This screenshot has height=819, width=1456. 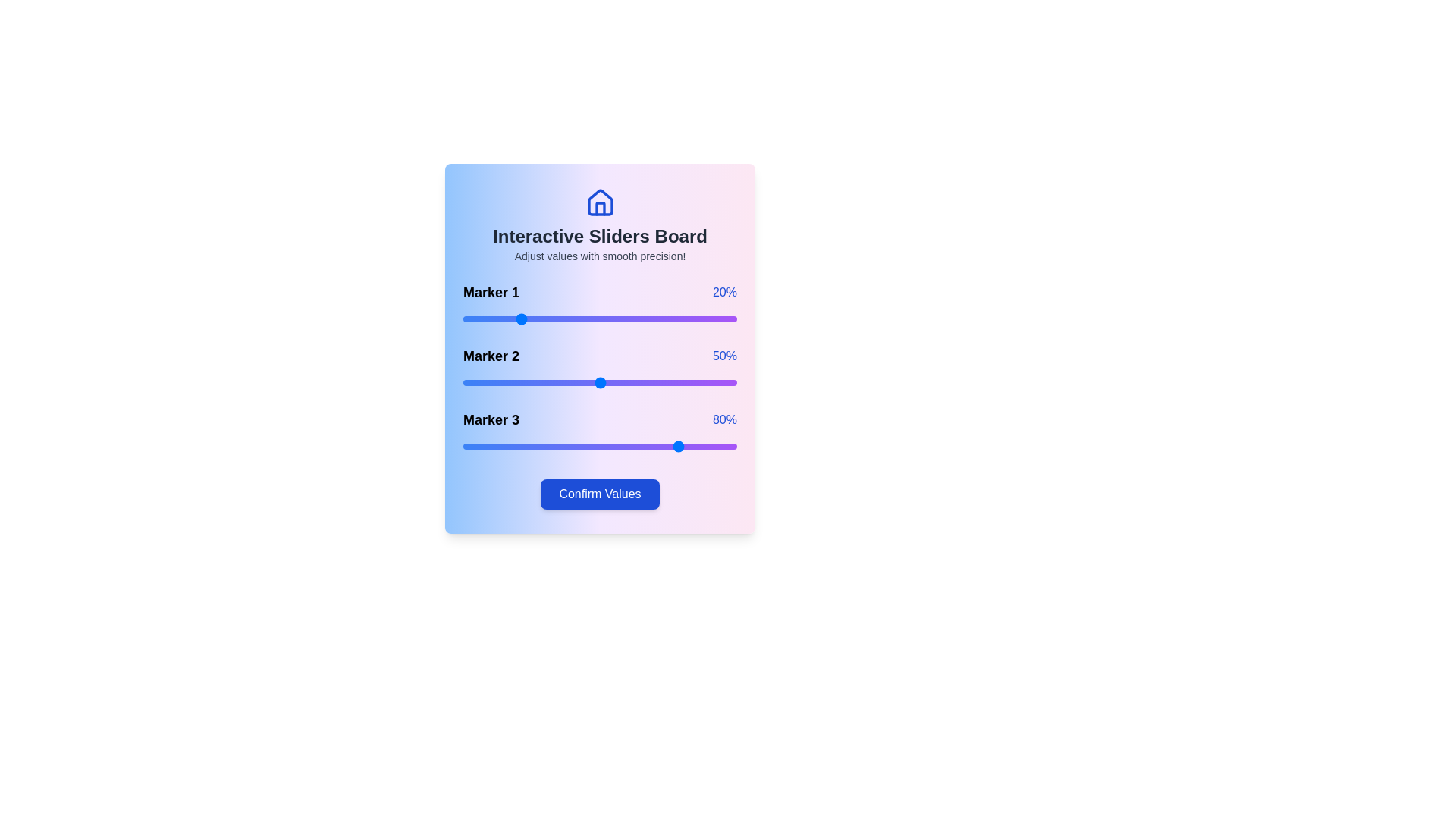 I want to click on the 'Confirm Values' button to confirm the selected slider values, so click(x=599, y=494).